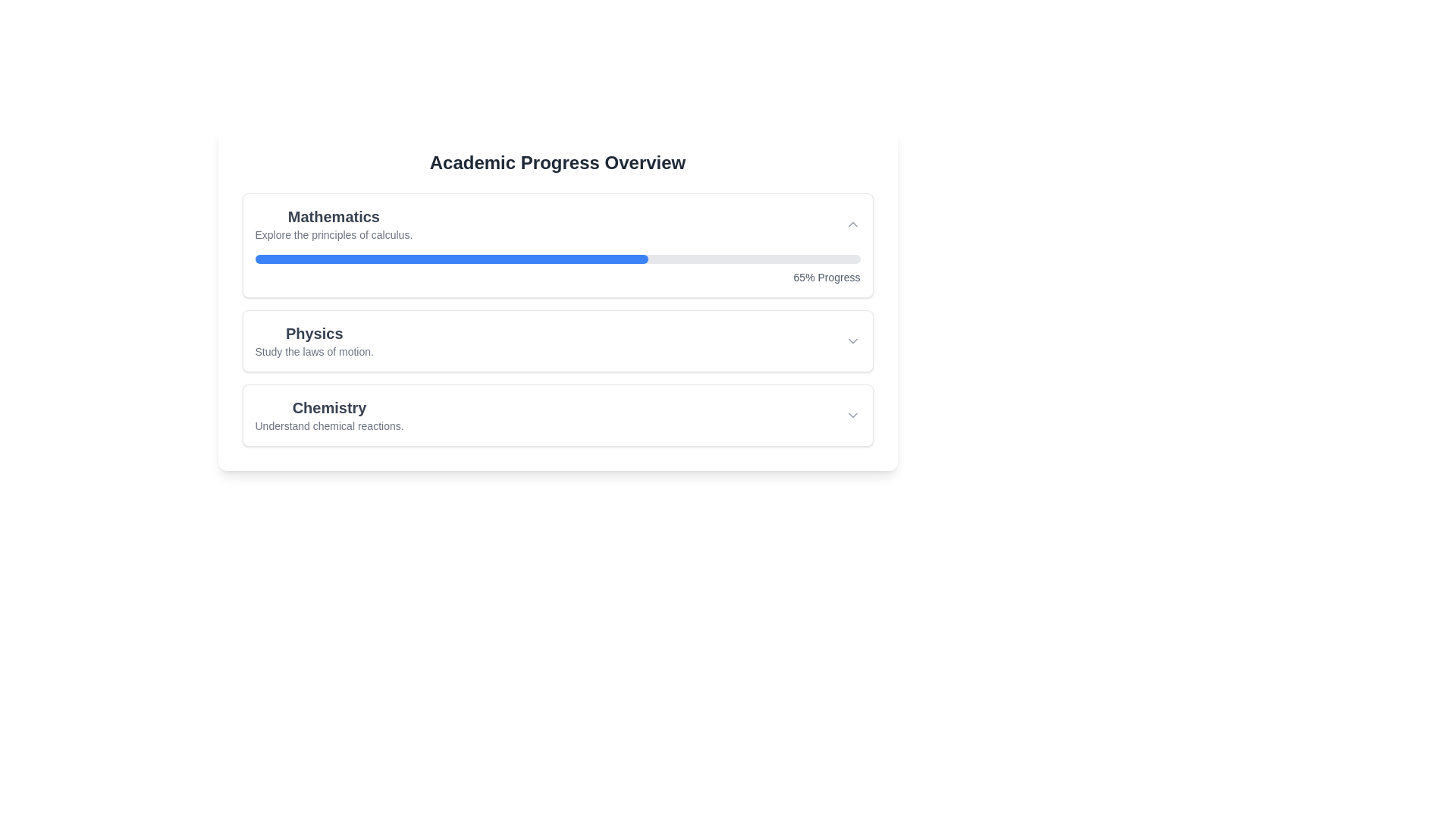 The image size is (1456, 819). What do you see at coordinates (852, 415) in the screenshot?
I see `the chevron icon at the rightmost position in the 'Chemistry' section` at bounding box center [852, 415].